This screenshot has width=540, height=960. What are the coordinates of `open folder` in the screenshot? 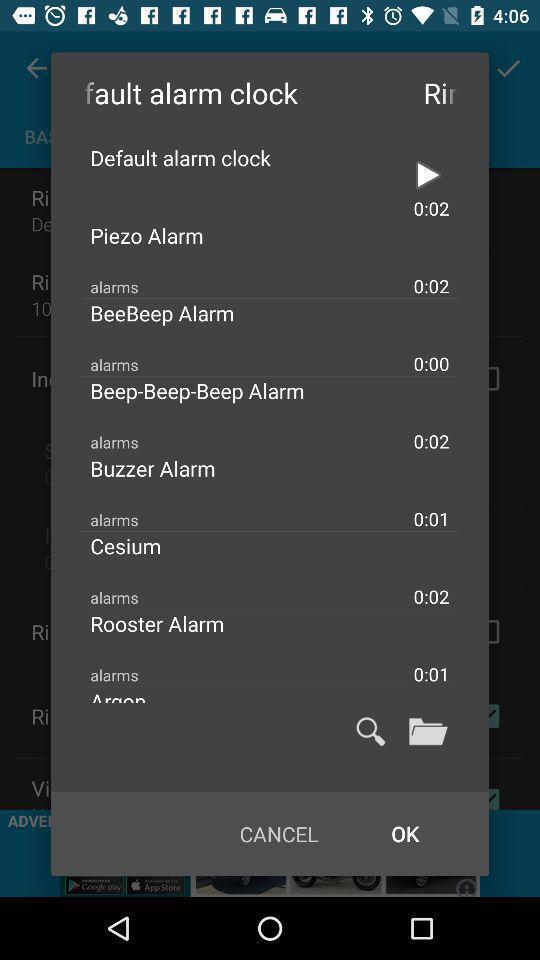 It's located at (427, 730).